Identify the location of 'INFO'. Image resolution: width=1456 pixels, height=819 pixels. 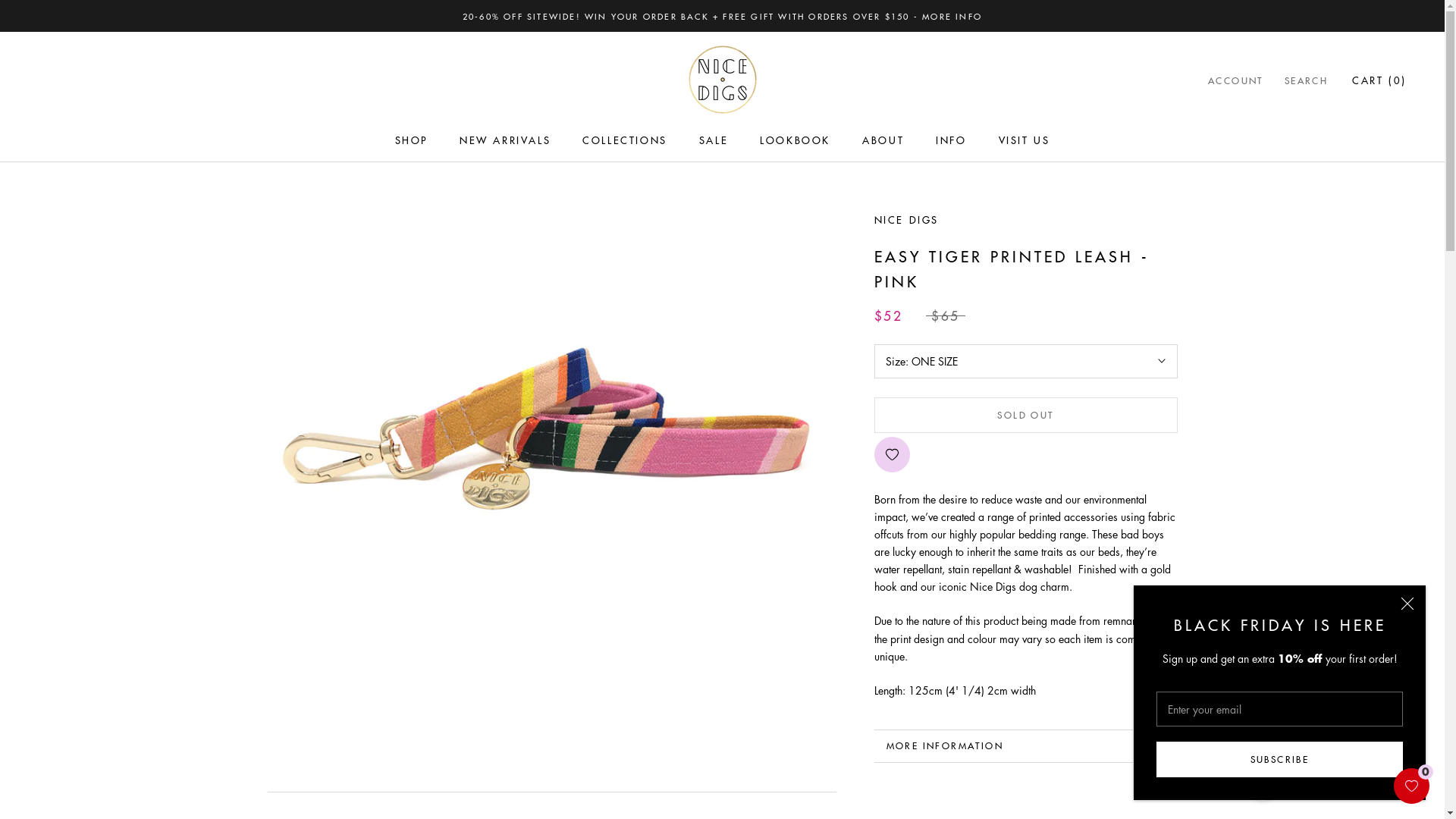
(949, 140).